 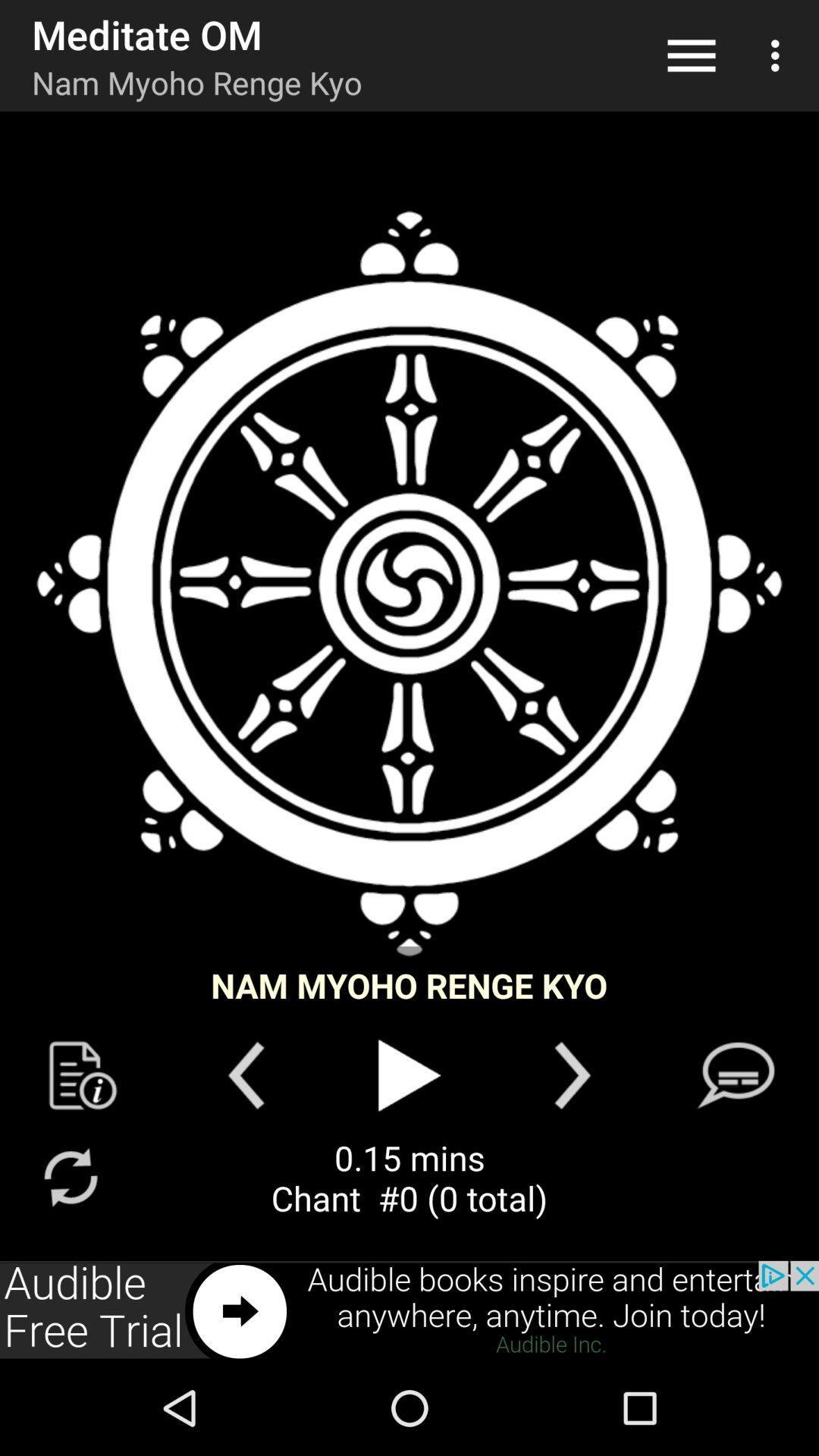 I want to click on the chat icon, so click(x=735, y=1075).